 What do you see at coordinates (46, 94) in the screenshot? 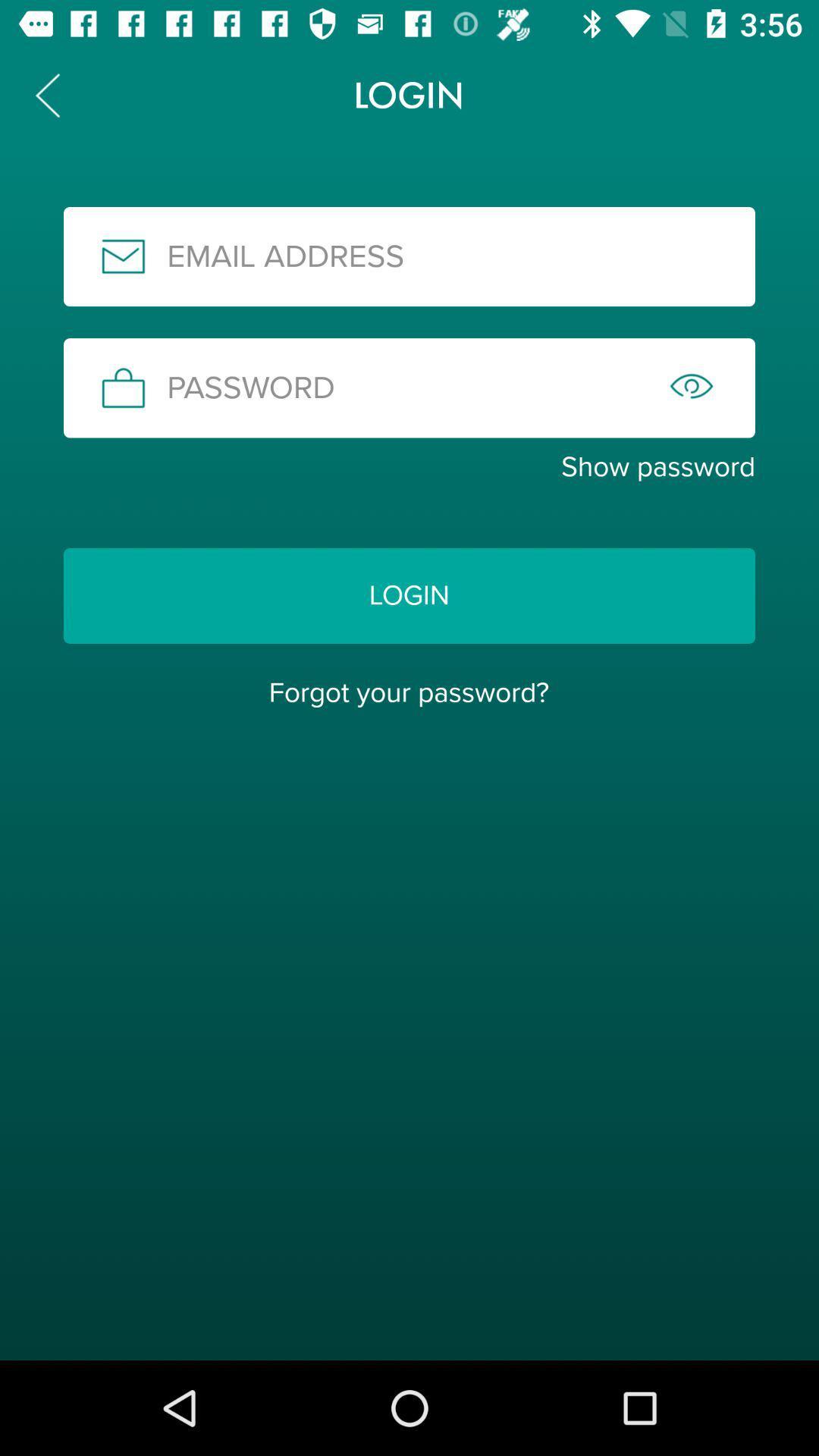
I see `an arrow button that takes you to a previous page` at bounding box center [46, 94].